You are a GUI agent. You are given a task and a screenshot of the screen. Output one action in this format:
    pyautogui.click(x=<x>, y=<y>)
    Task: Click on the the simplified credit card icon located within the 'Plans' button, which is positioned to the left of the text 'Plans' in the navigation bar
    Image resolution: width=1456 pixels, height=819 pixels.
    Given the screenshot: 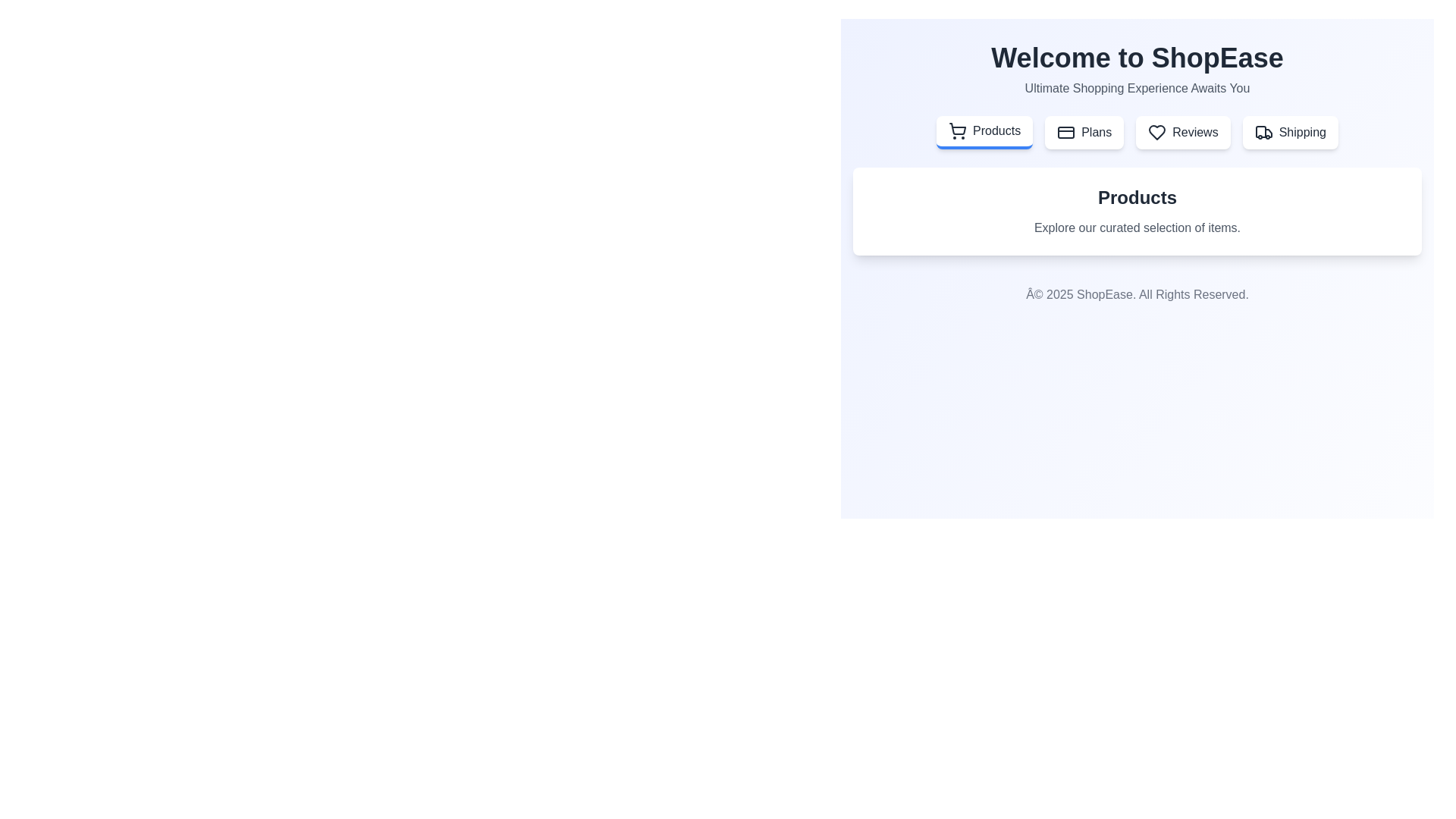 What is the action you would take?
    pyautogui.click(x=1065, y=131)
    